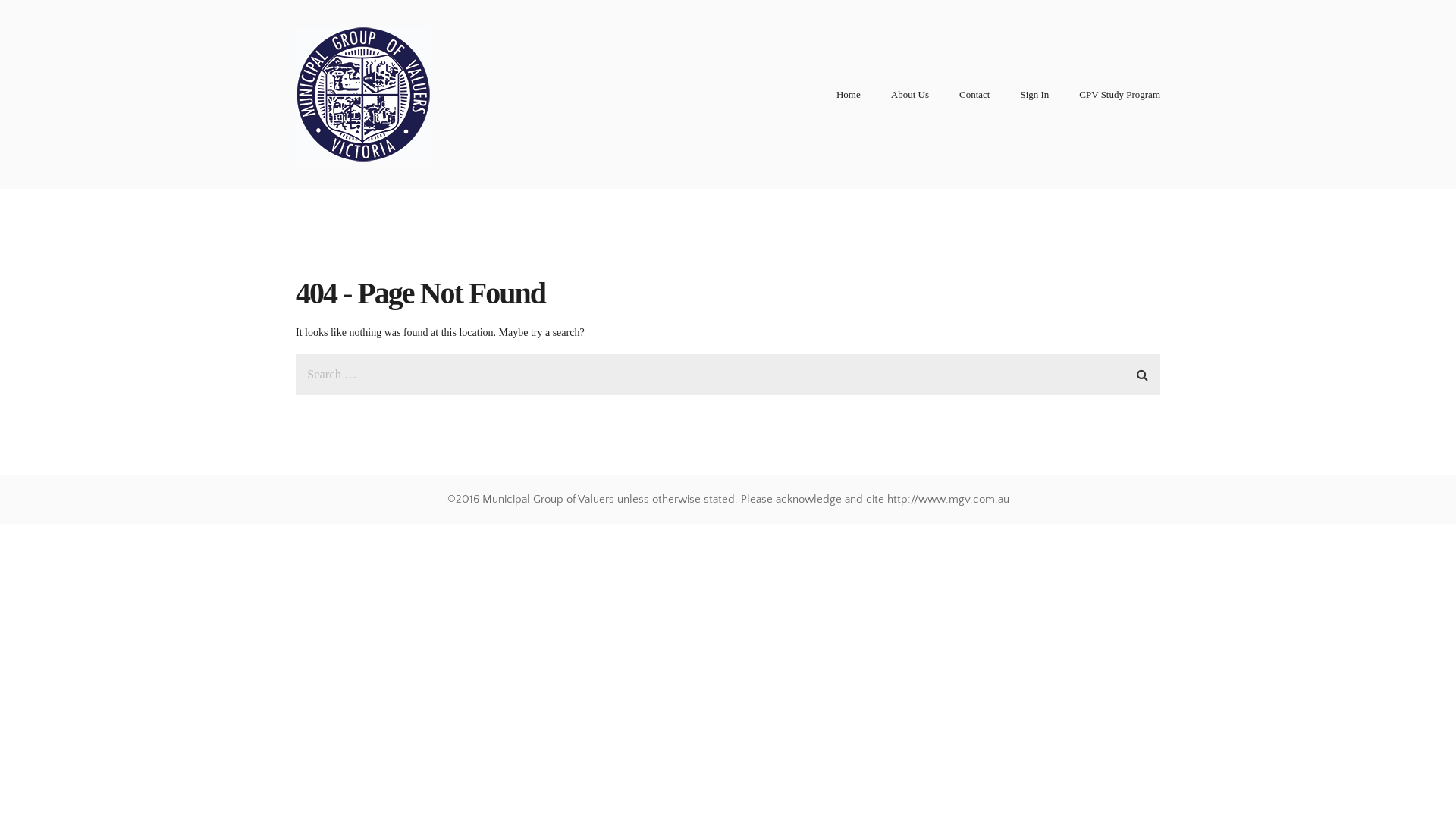  I want to click on 'Search', so click(1131, 372).